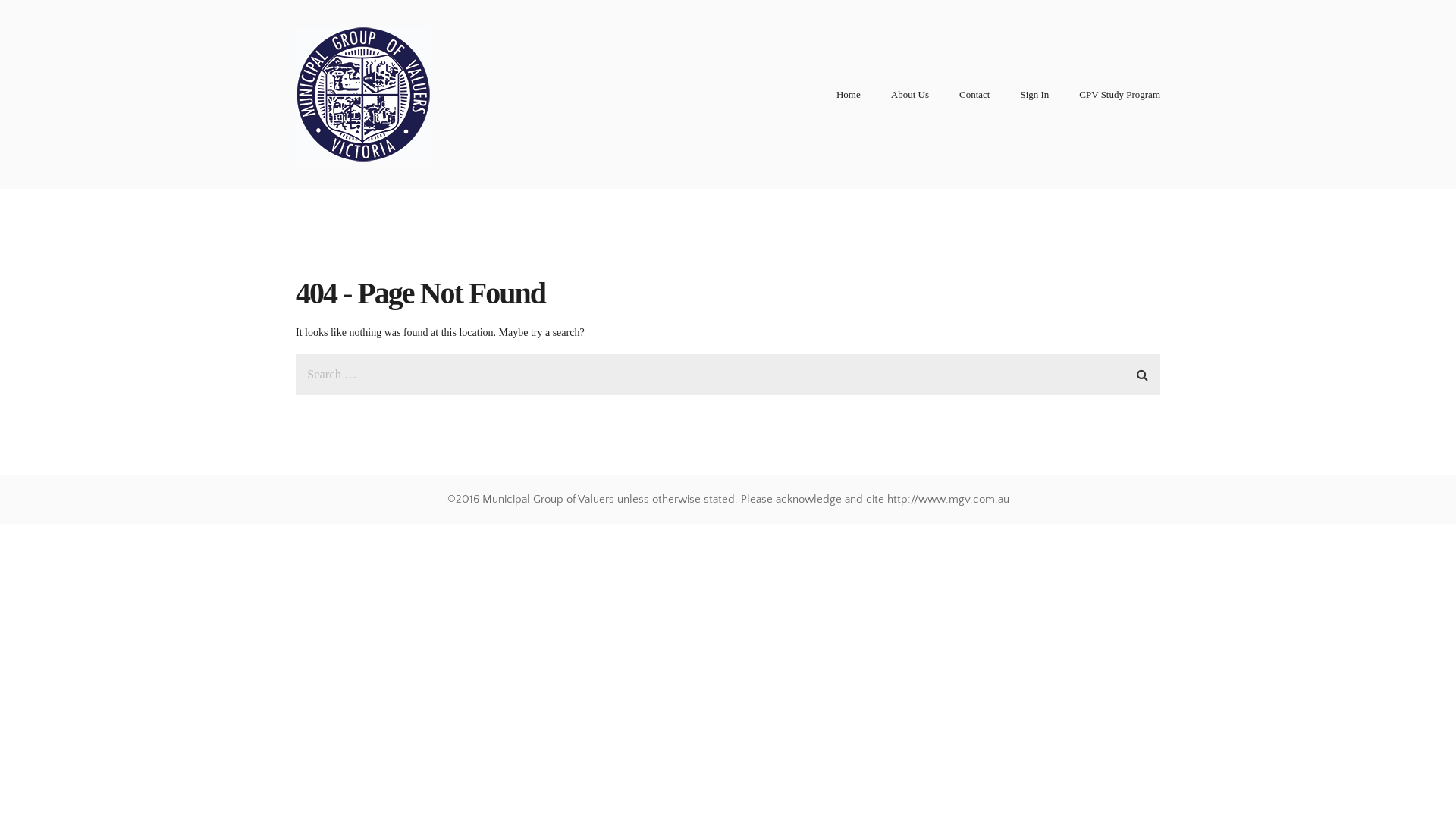  I want to click on 'Search', so click(1131, 372).